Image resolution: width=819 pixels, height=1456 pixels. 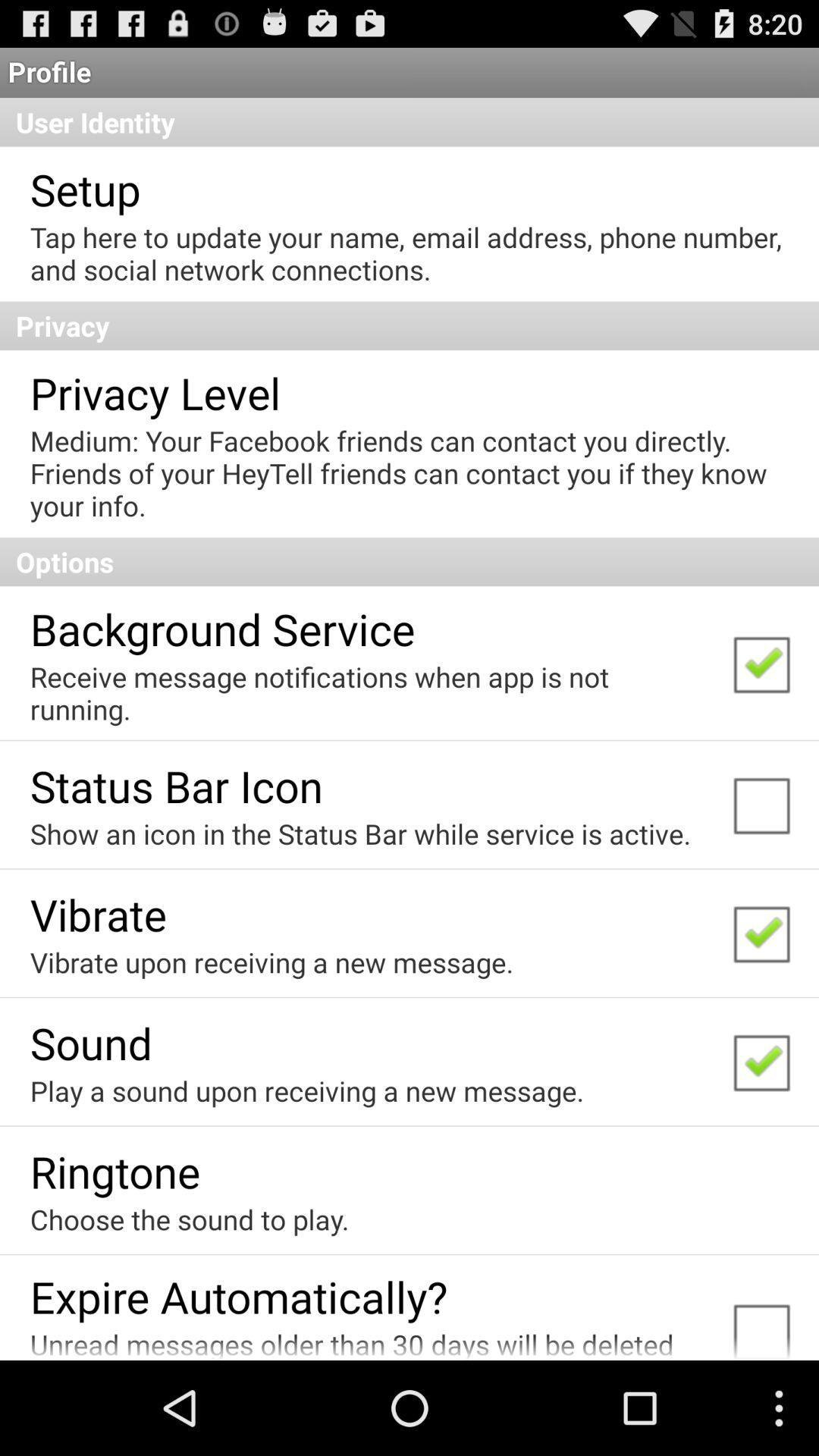 I want to click on the privacy level item, so click(x=155, y=392).